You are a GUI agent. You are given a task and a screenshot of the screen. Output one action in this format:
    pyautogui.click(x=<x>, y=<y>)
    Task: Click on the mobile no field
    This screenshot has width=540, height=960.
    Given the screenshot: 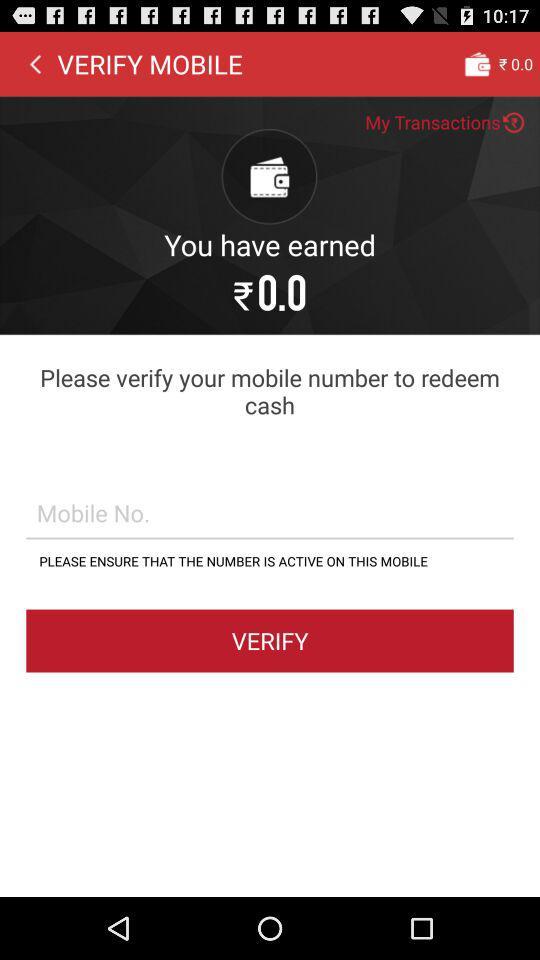 What is the action you would take?
    pyautogui.click(x=270, y=511)
    